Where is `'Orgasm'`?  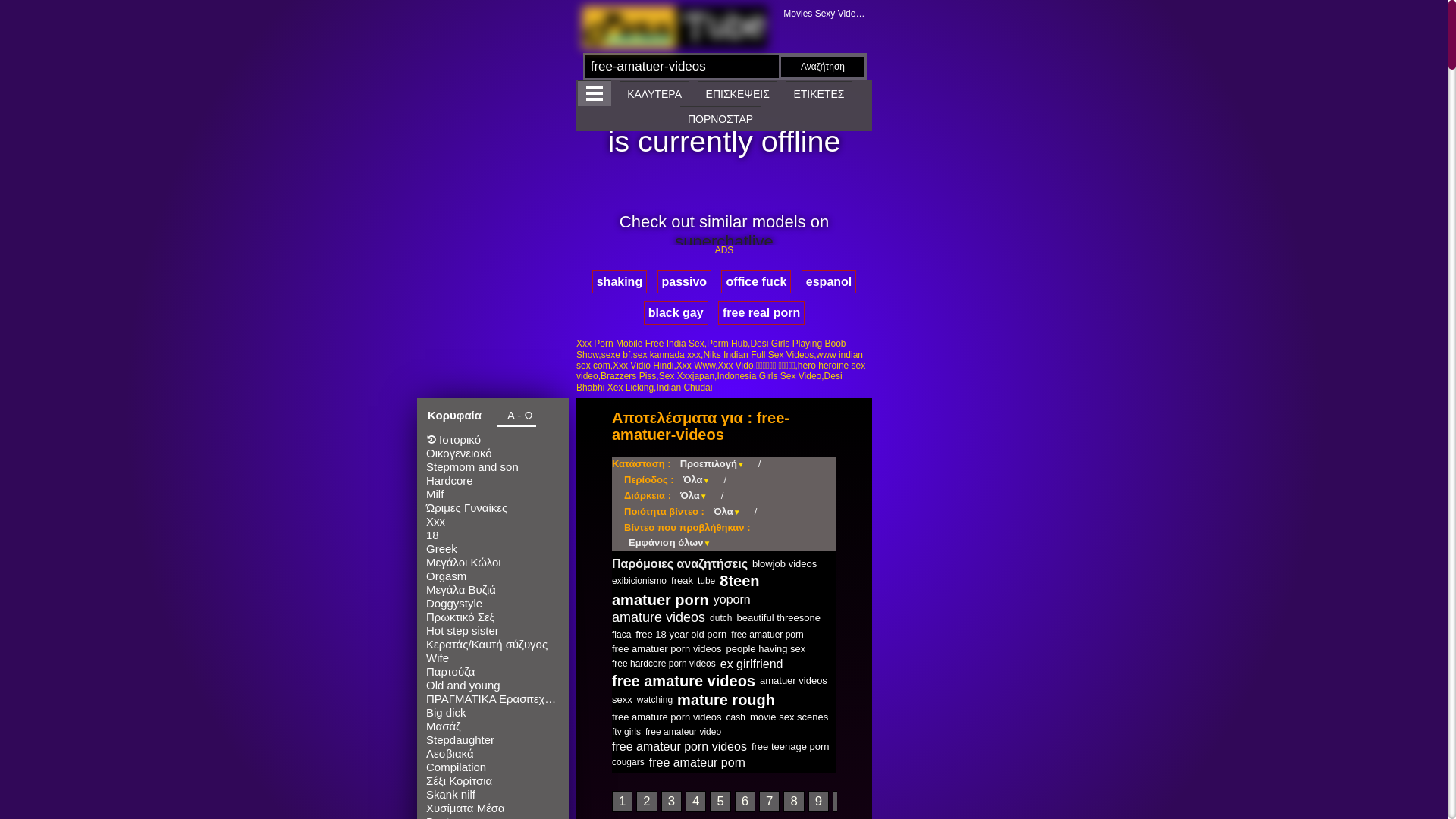
'Orgasm' is located at coordinates (492, 576).